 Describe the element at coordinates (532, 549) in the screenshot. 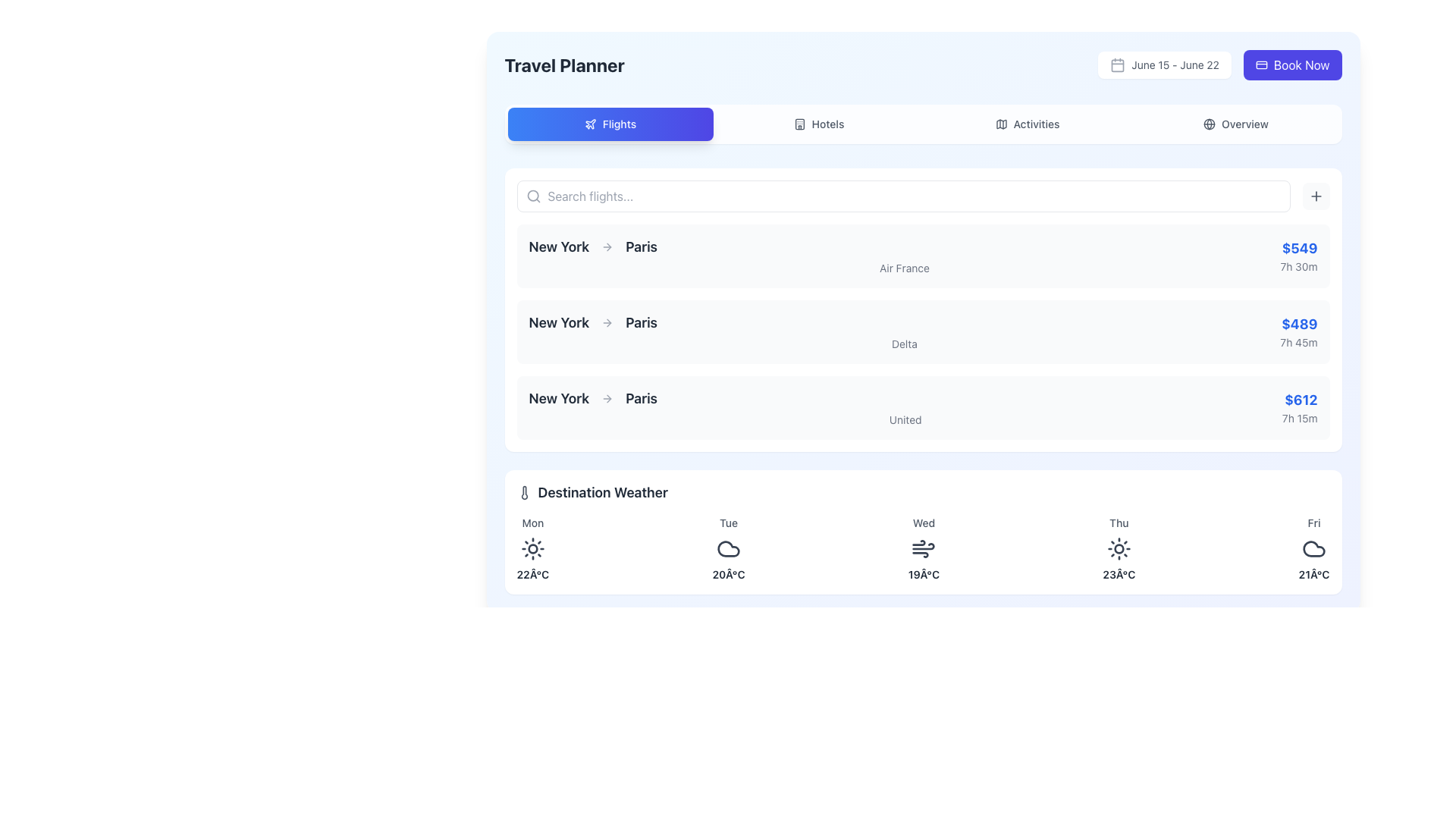

I see `the central circular element within the sun-like icon in the 'Destination Weather' section beneath the 'Mon' column` at that location.